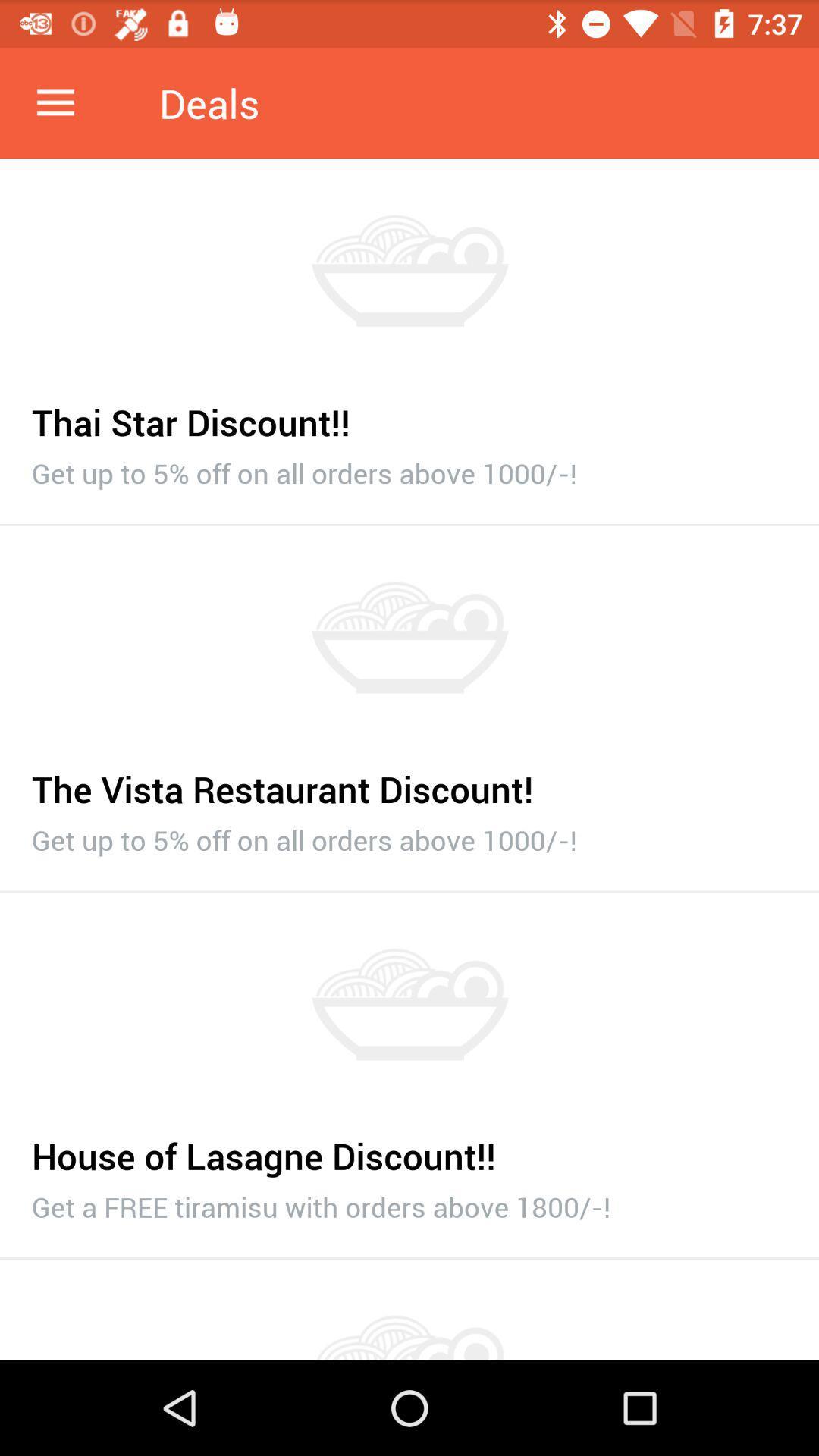 This screenshot has height=1456, width=819. I want to click on item above get a free, so click(409, 1147).